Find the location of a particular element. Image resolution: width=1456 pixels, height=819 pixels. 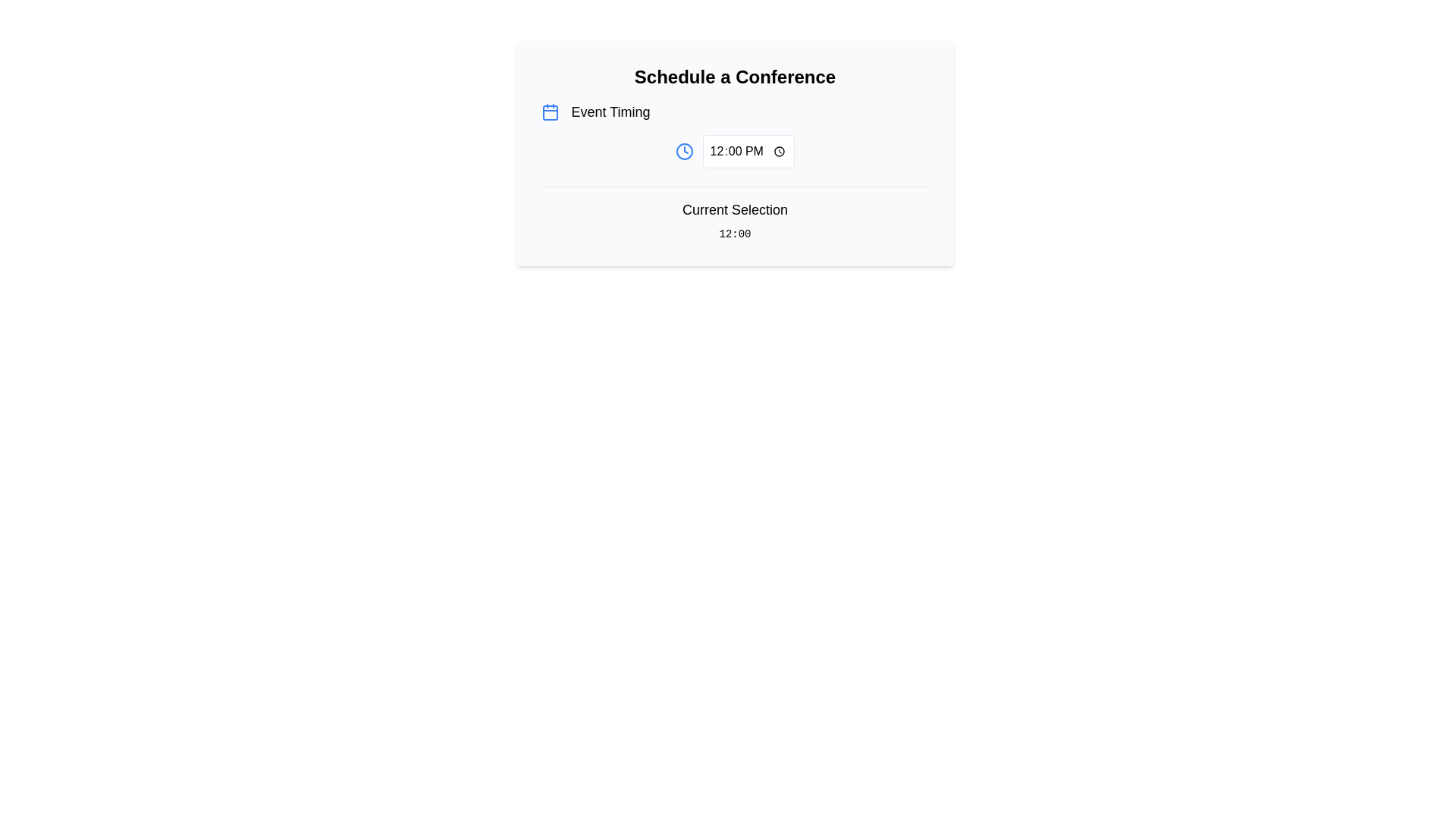

the event scheduling icon located to the left of the 'Event Timing' text within the 'Schedule a Conference' section is located at coordinates (549, 111).